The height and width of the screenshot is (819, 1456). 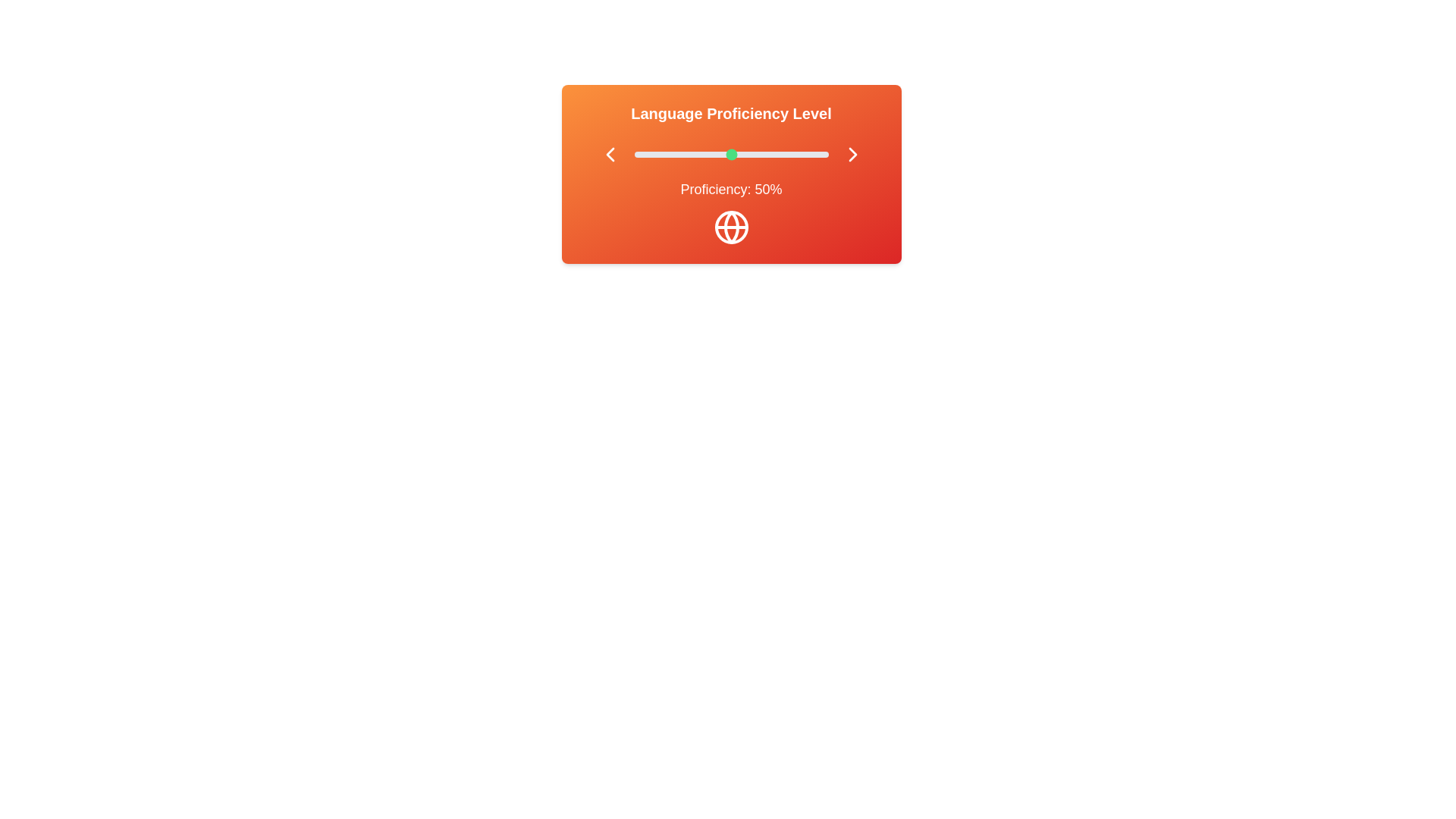 What do you see at coordinates (852, 155) in the screenshot?
I see `right chevron button to increase the proficiency level` at bounding box center [852, 155].